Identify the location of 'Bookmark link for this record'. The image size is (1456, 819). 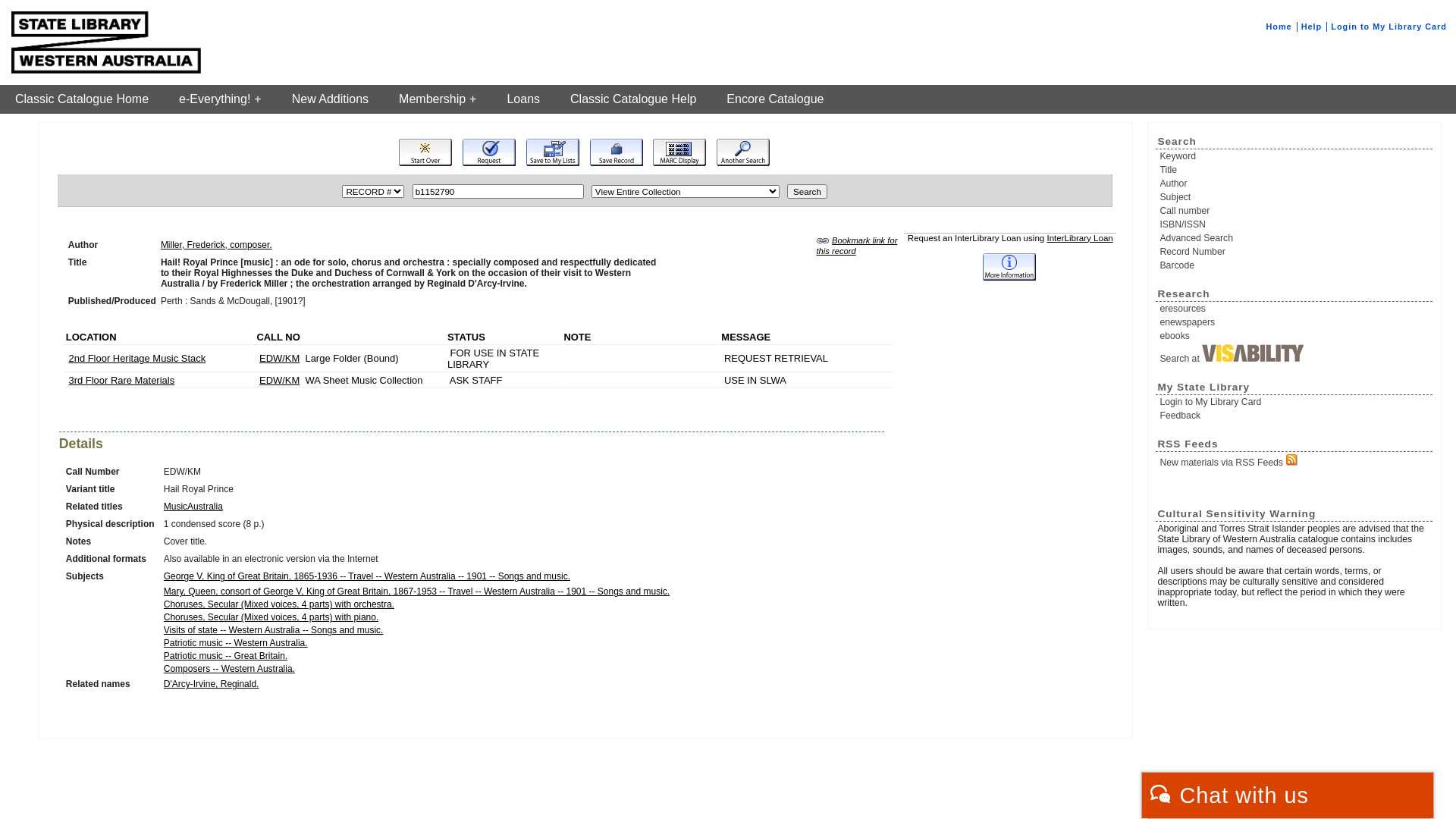
(856, 245).